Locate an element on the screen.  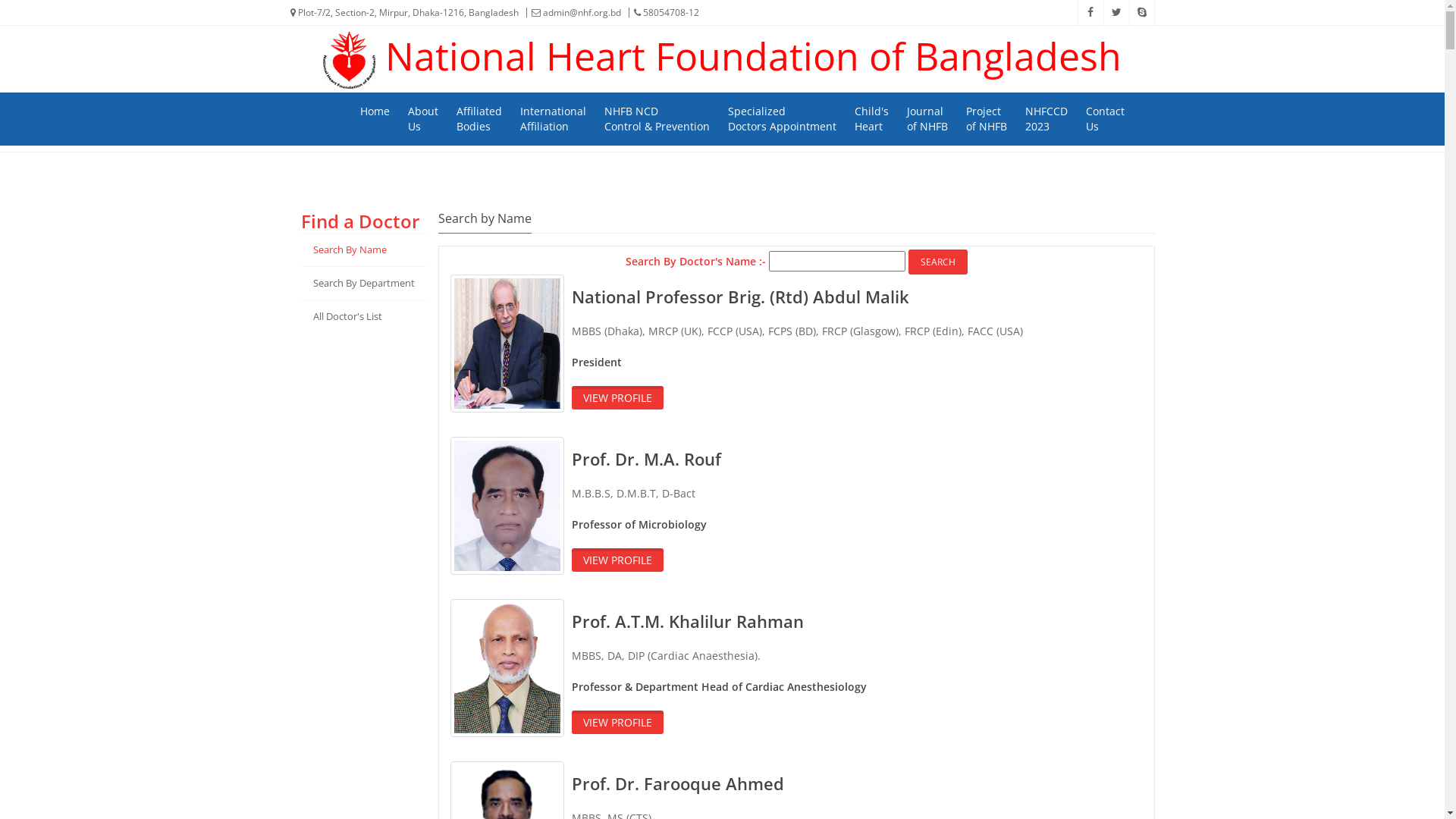
'About is located at coordinates (396, 118).